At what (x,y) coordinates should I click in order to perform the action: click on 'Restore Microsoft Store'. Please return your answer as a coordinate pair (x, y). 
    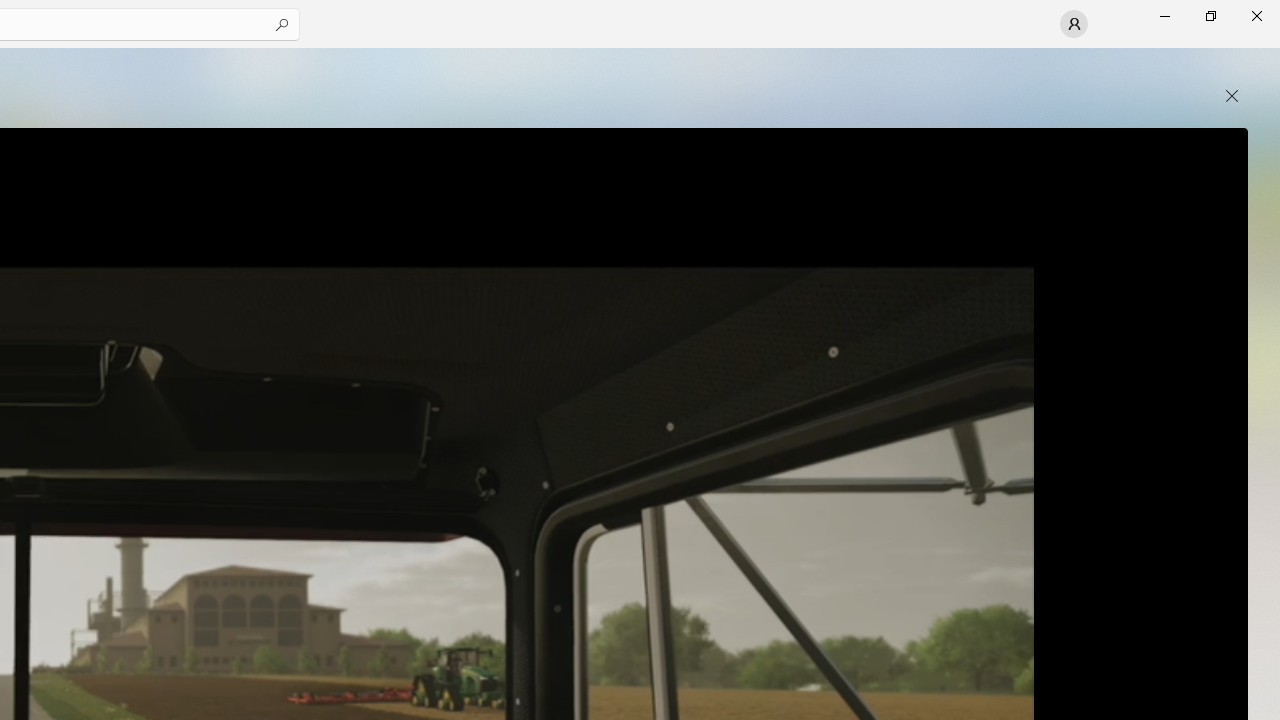
    Looking at the image, I should click on (1209, 15).